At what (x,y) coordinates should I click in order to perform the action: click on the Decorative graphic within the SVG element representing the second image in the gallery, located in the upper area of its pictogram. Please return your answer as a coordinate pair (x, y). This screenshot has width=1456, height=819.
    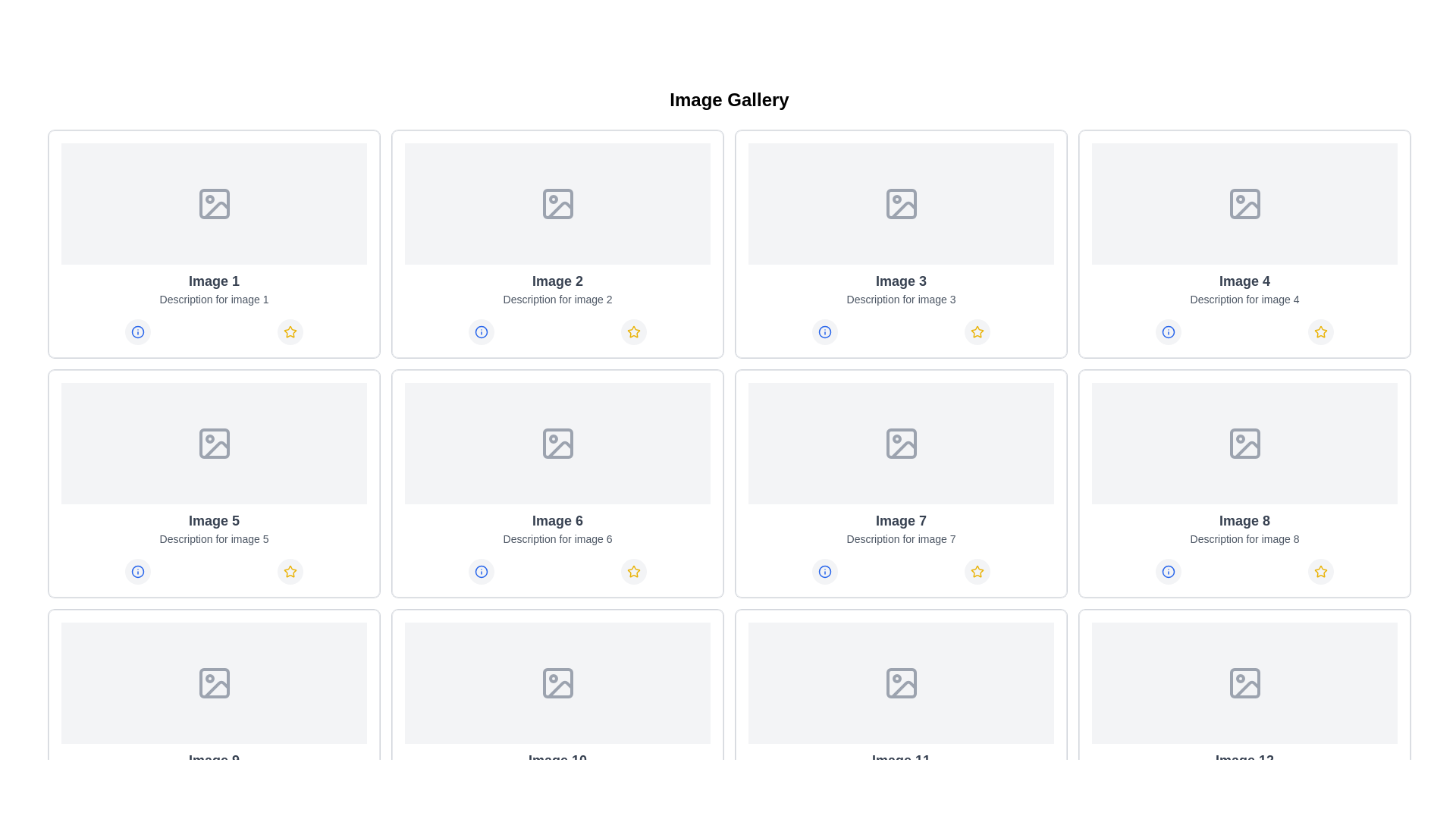
    Looking at the image, I should click on (559, 210).